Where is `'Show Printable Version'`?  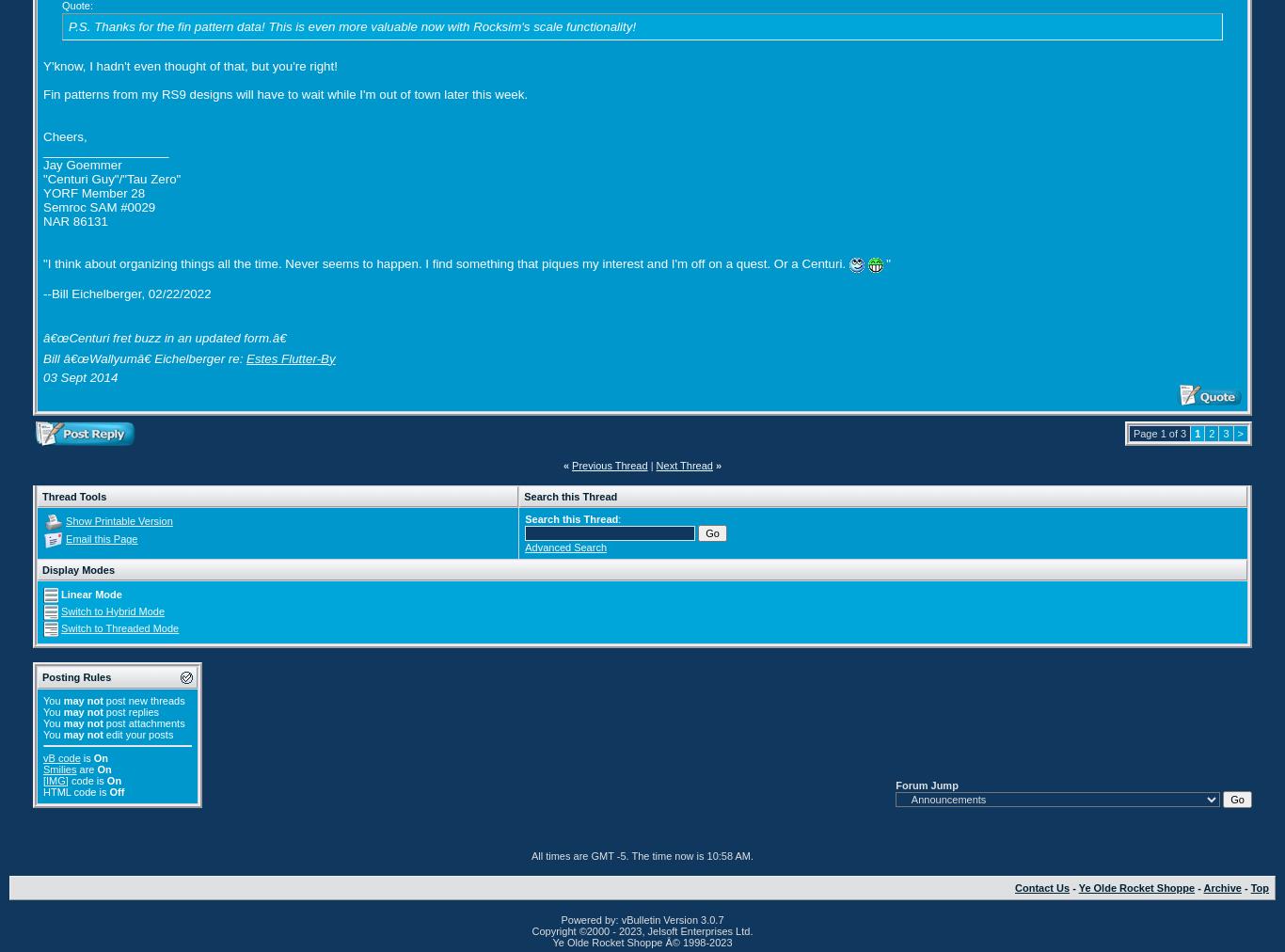
'Show Printable Version' is located at coordinates (118, 519).